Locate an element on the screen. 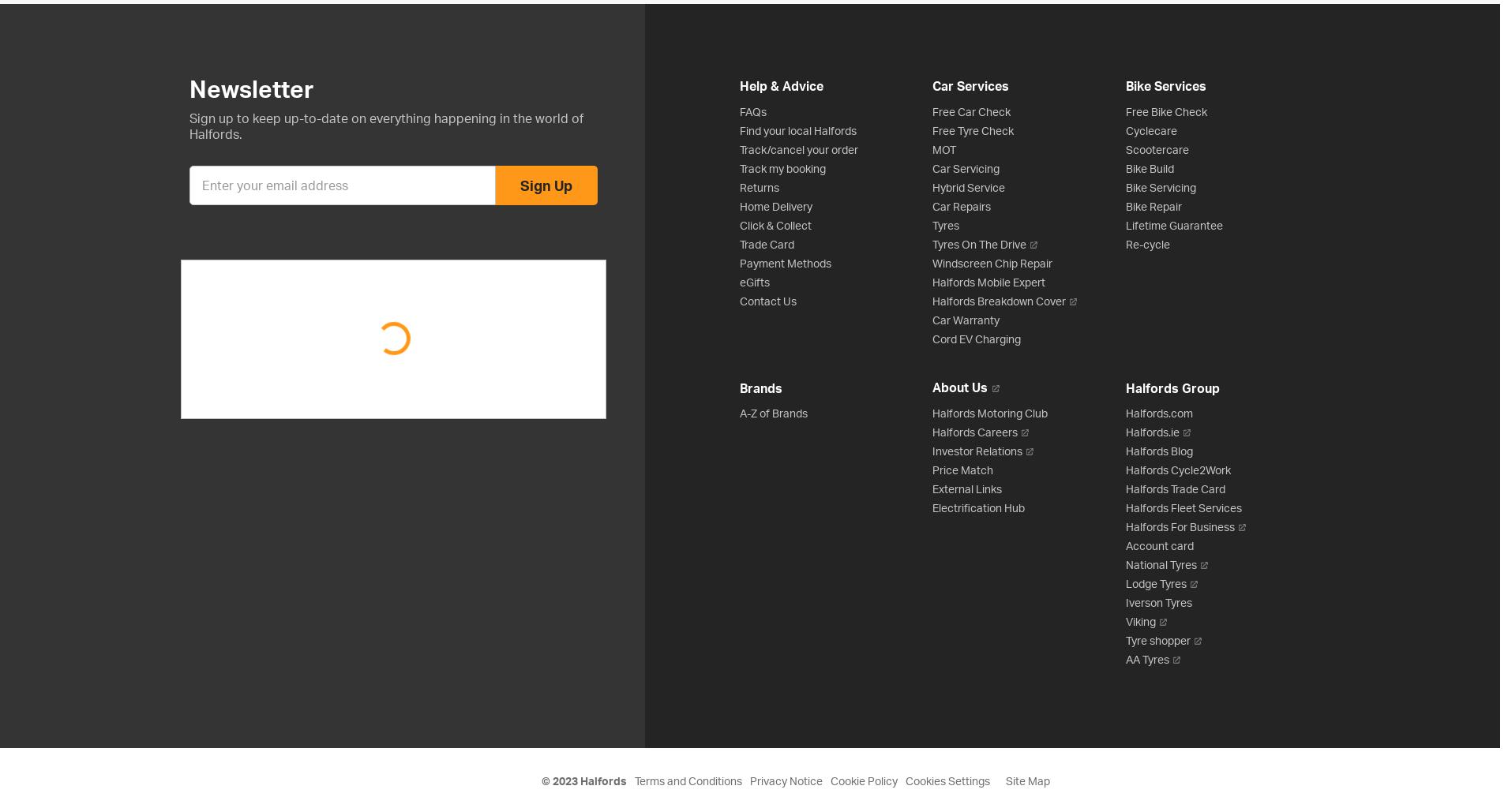 The image size is (1508, 812). 'Investor Relations' is located at coordinates (978, 450).